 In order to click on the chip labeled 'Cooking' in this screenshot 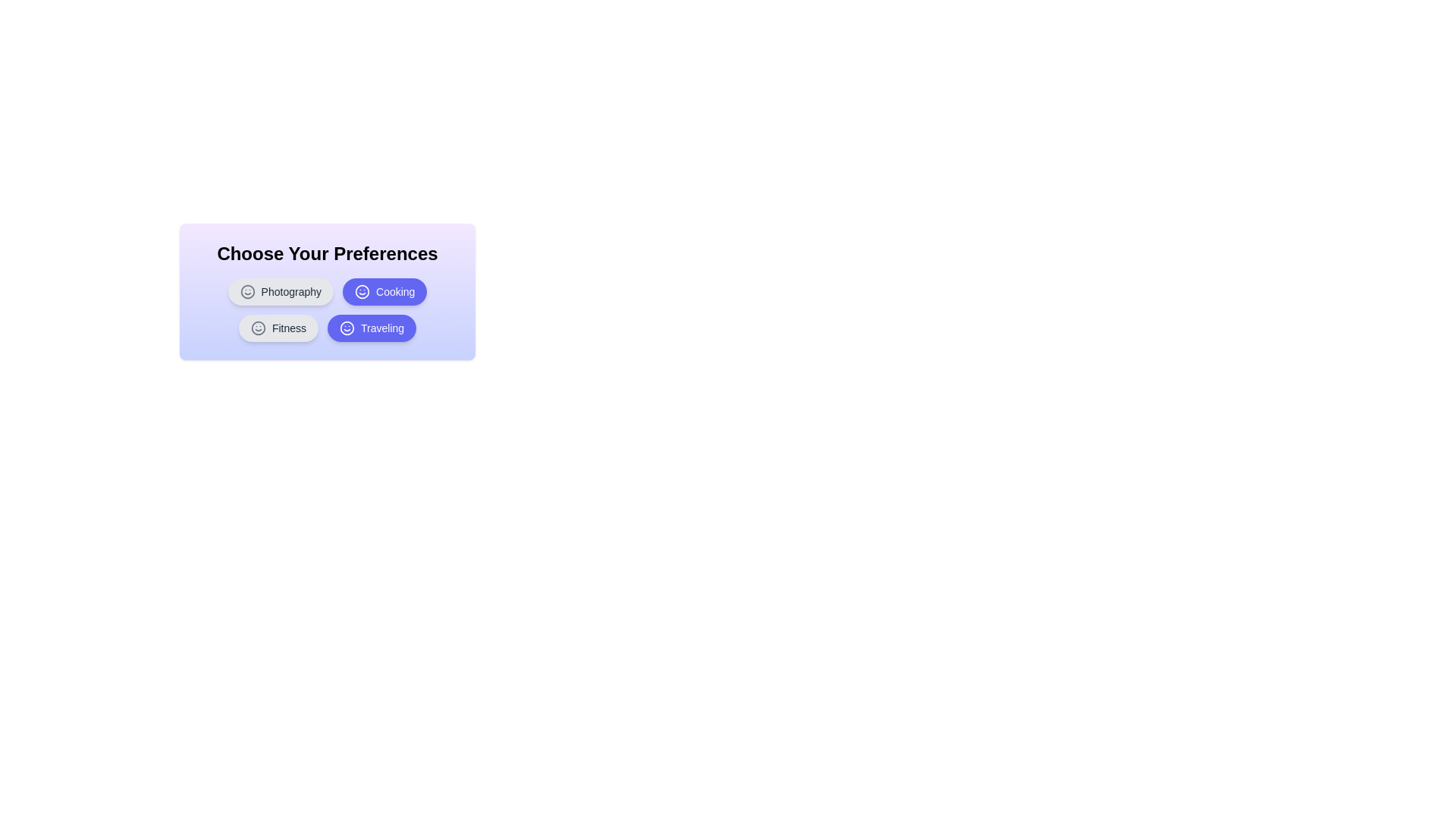, I will do `click(384, 292)`.